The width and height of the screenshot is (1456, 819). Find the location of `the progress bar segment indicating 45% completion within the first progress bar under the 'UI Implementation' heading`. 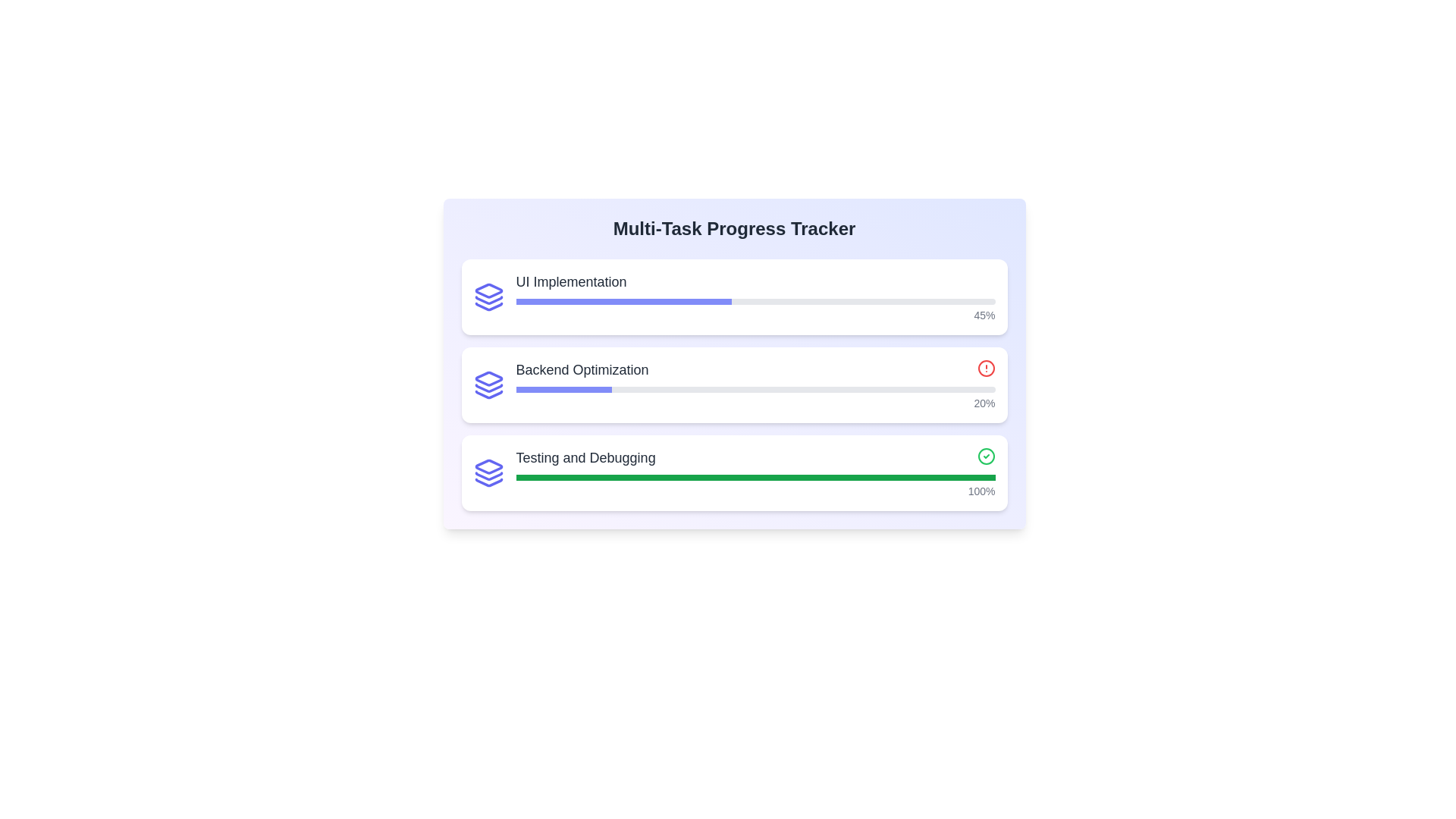

the progress bar segment indicating 45% completion within the first progress bar under the 'UI Implementation' heading is located at coordinates (623, 301).